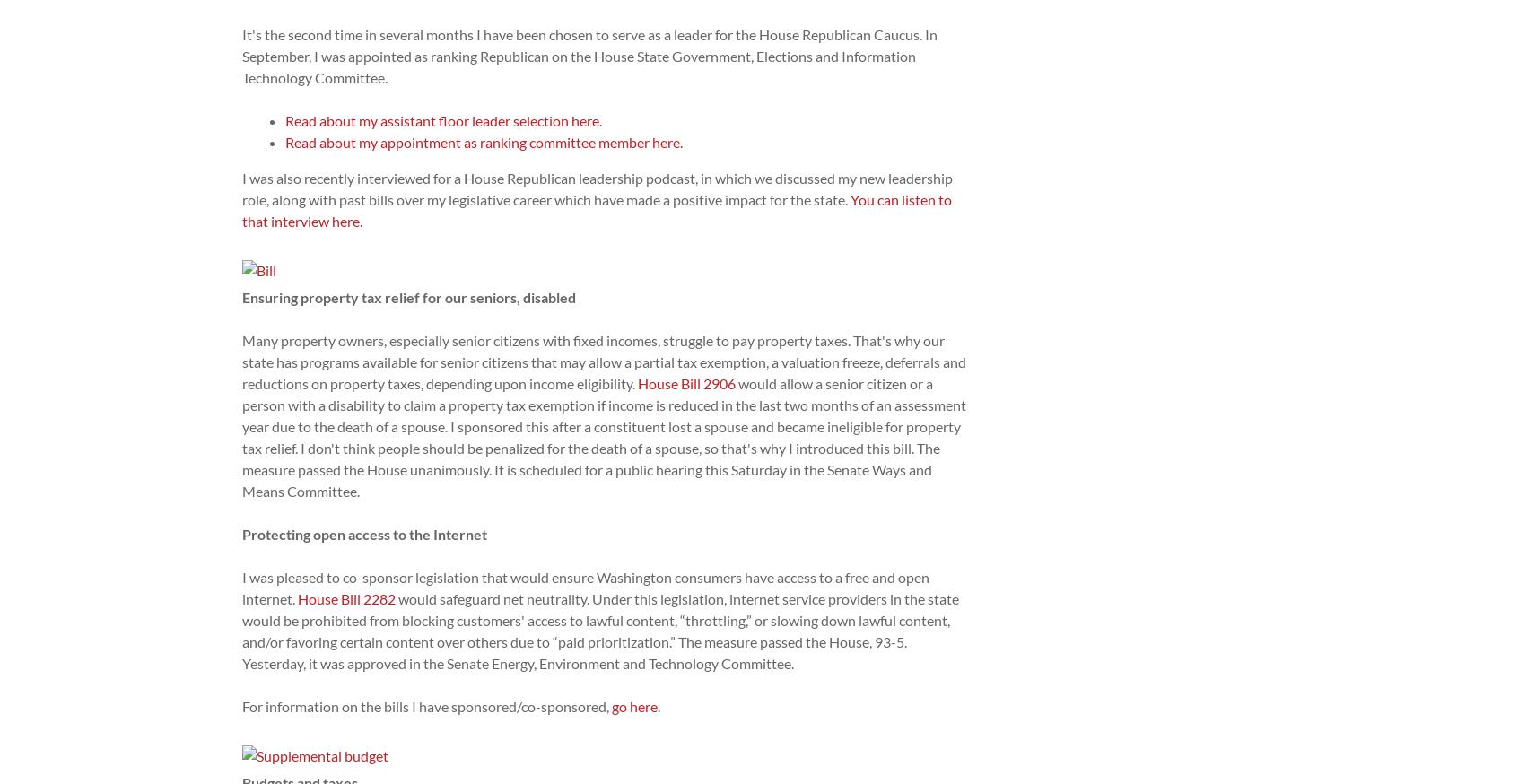  Describe the element at coordinates (364, 533) in the screenshot. I see `'Protecting open access to the Internet'` at that location.